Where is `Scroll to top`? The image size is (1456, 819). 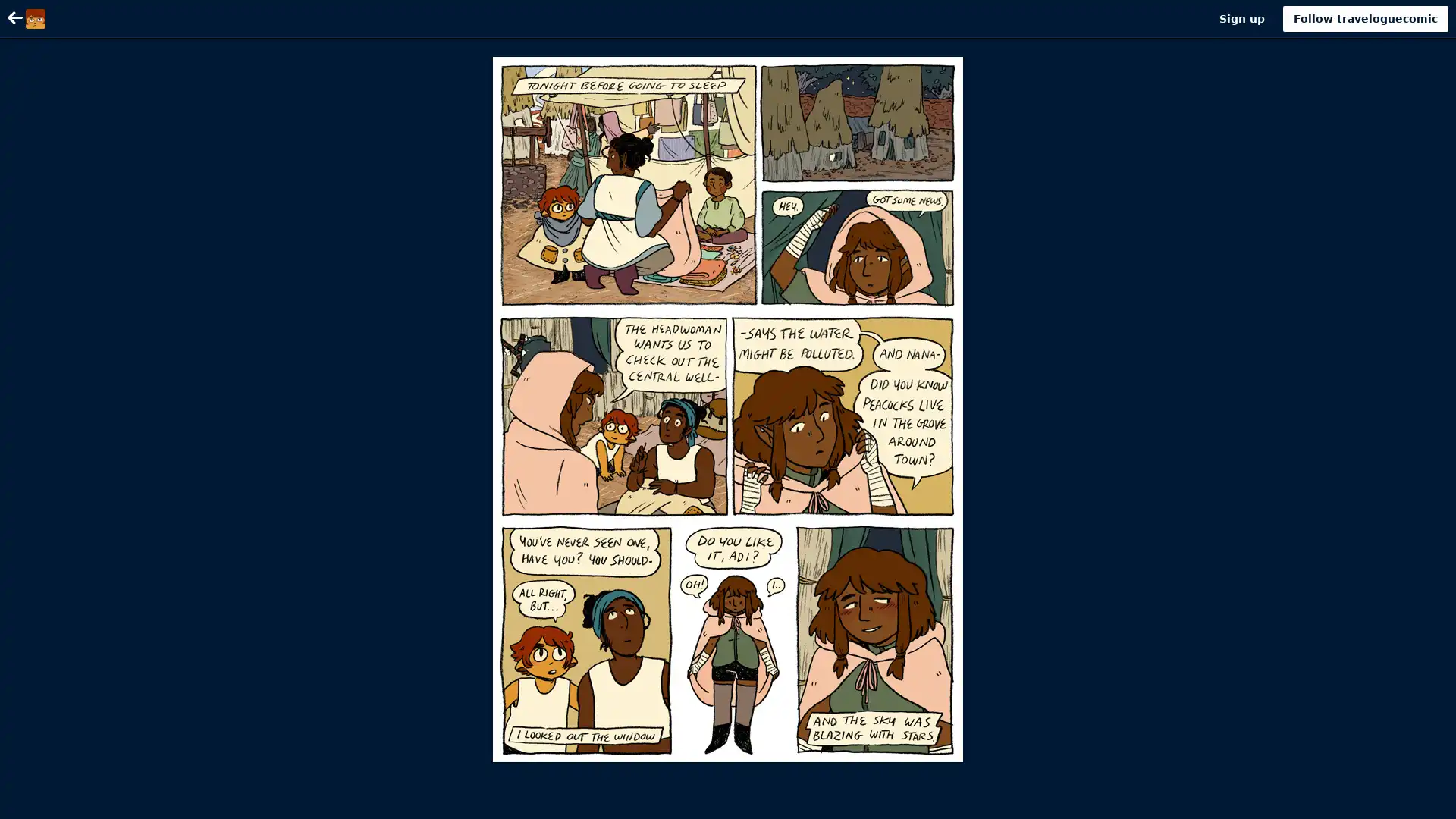
Scroll to top is located at coordinates (1426, 802).